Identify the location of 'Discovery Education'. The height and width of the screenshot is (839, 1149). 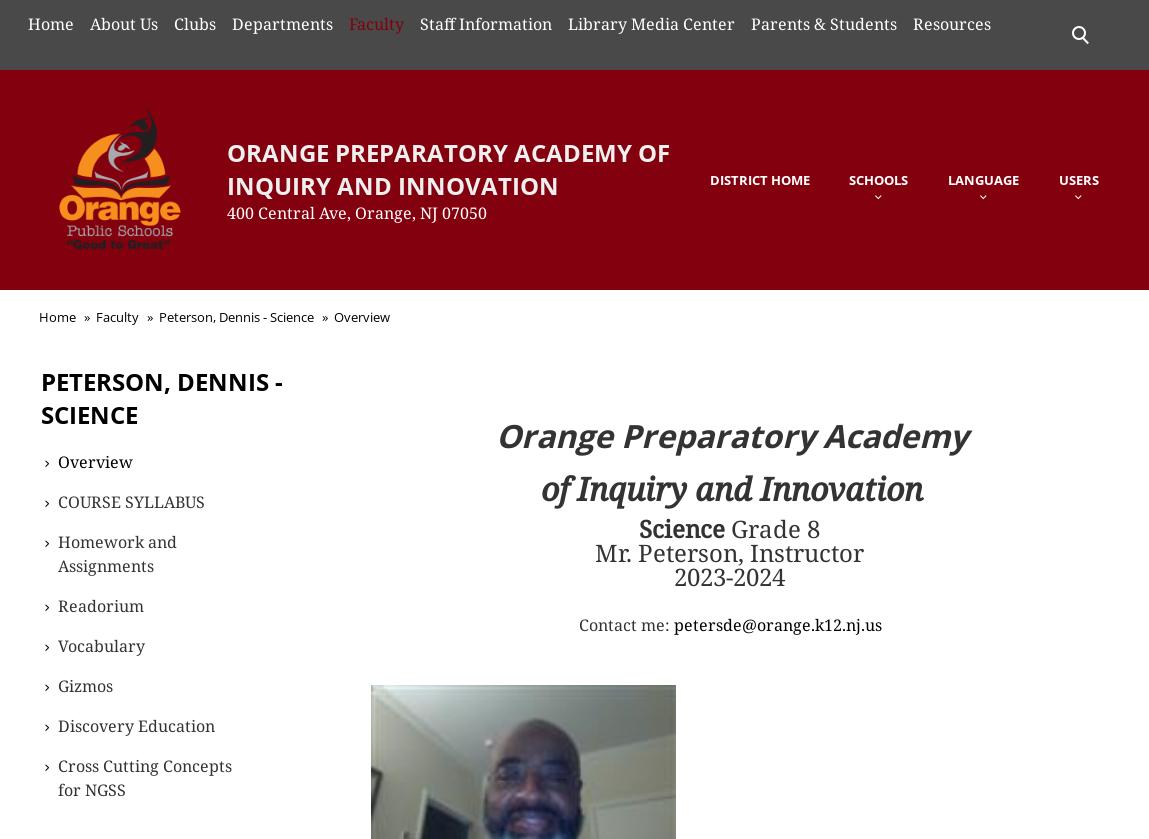
(135, 723).